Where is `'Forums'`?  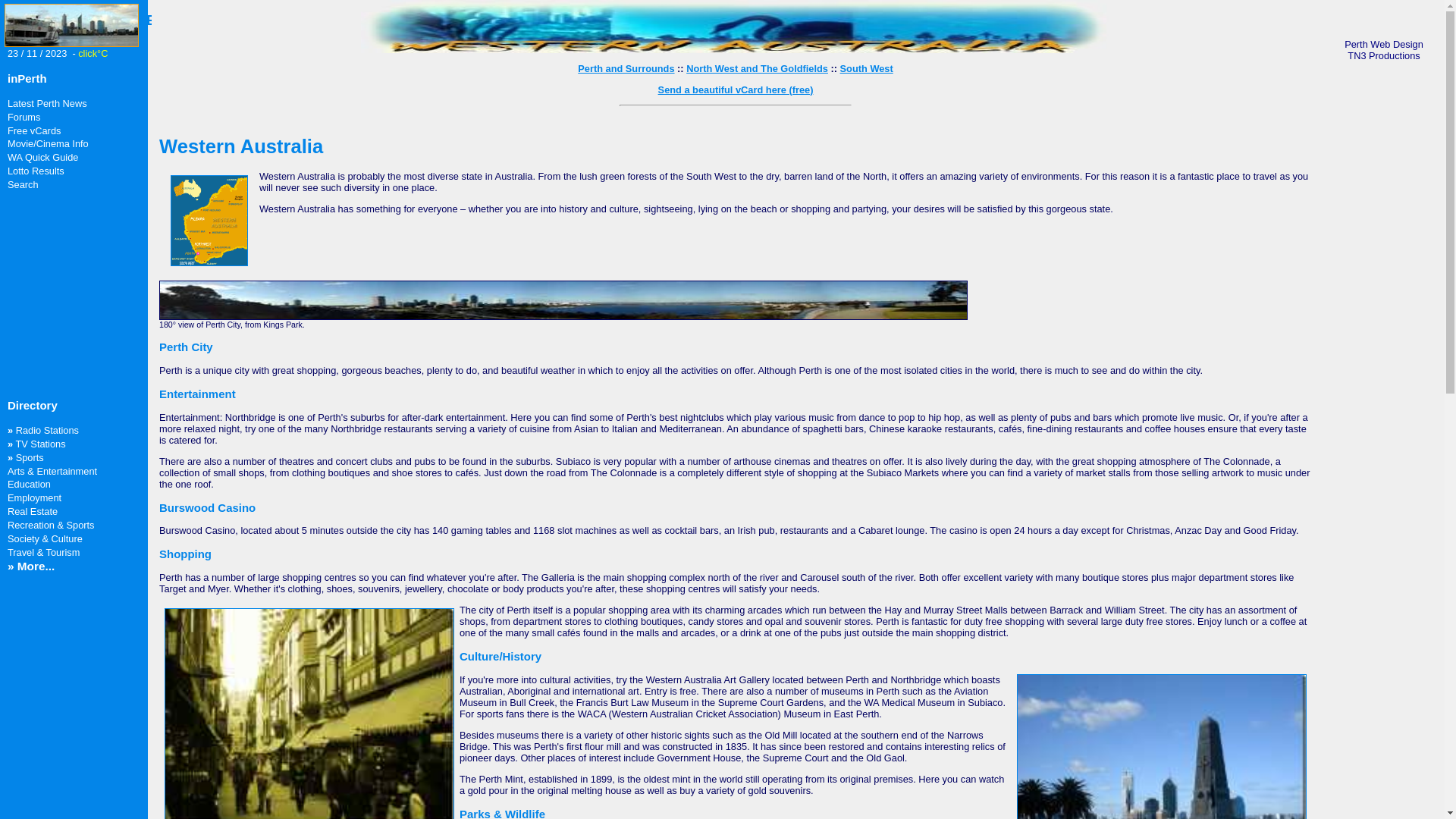 'Forums' is located at coordinates (7, 116).